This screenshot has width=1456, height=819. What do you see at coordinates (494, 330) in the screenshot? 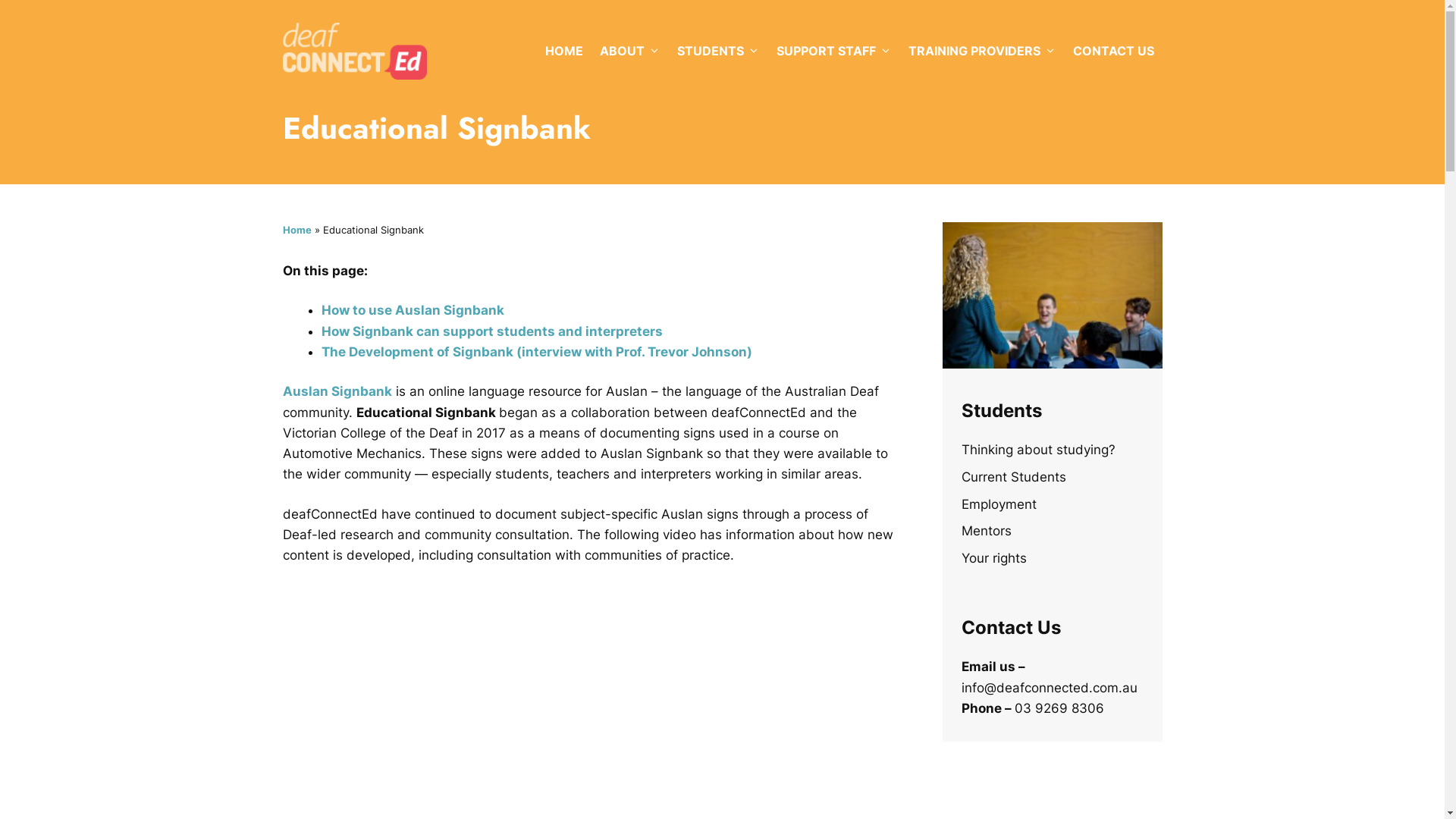
I see `'How Signbank can support students and interpreters '` at bounding box center [494, 330].